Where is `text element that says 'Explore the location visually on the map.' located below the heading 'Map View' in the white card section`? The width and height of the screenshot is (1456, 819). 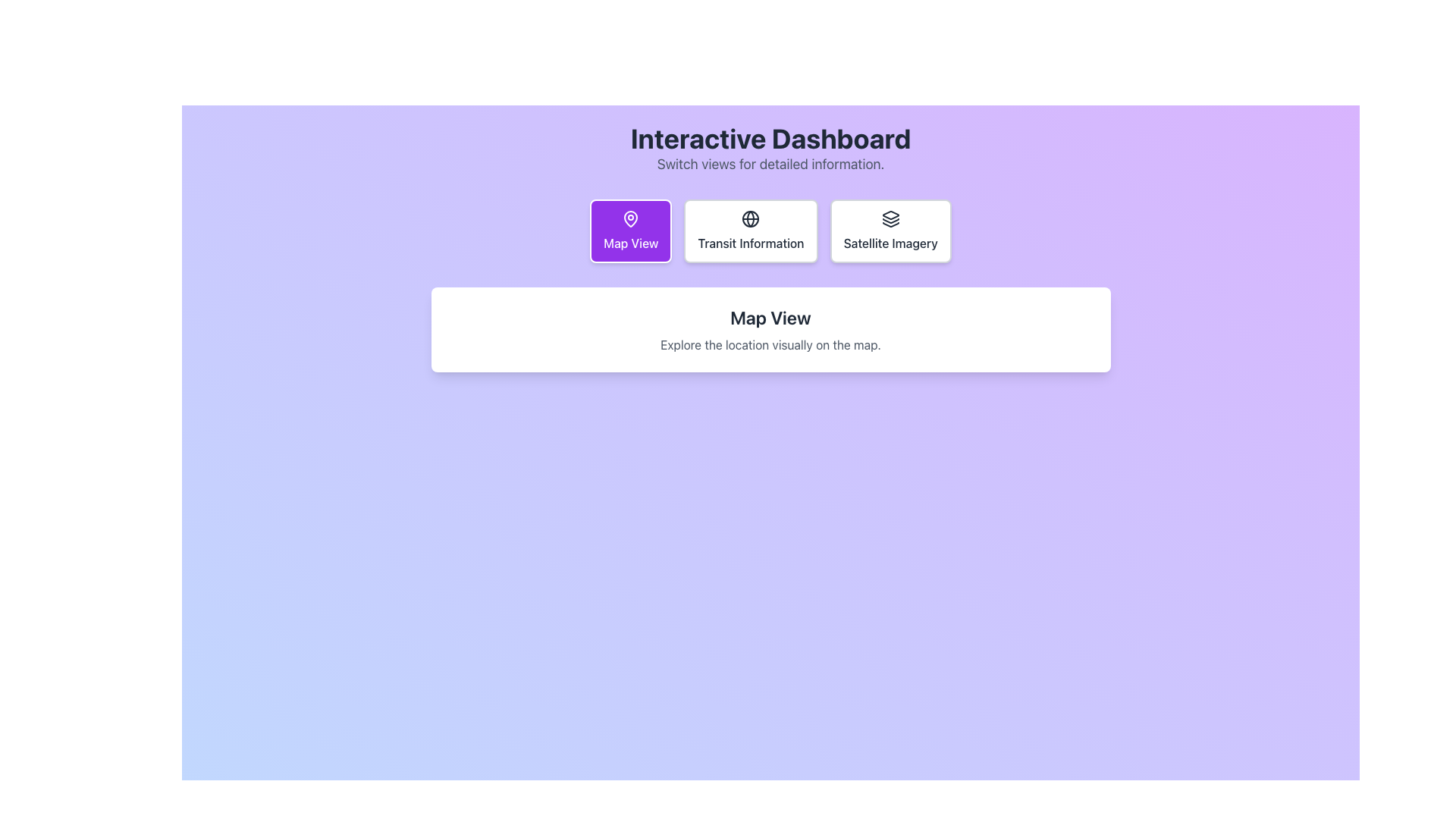 text element that says 'Explore the location visually on the map.' located below the heading 'Map View' in the white card section is located at coordinates (770, 345).